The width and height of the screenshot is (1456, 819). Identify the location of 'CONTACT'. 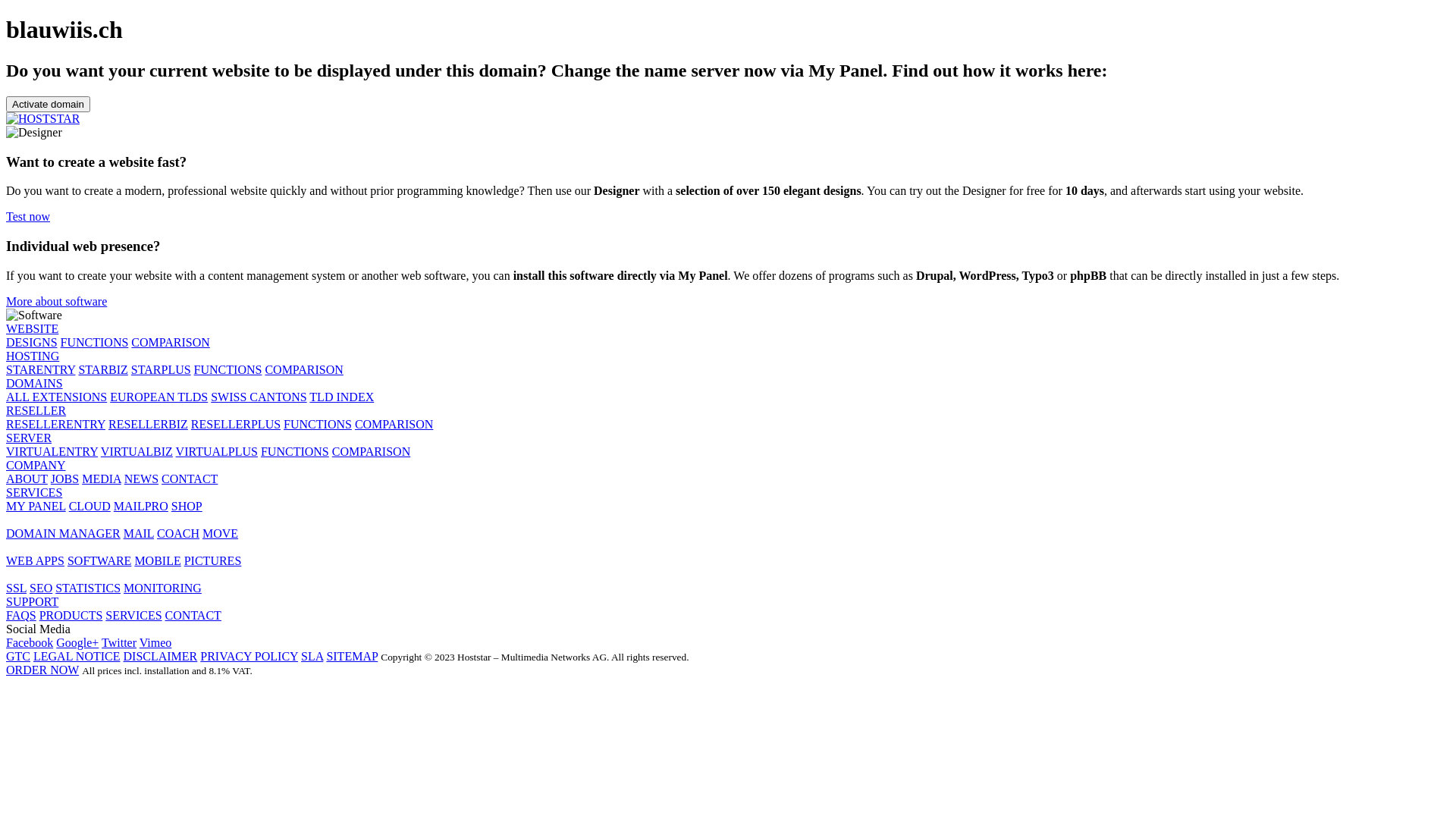
(192, 615).